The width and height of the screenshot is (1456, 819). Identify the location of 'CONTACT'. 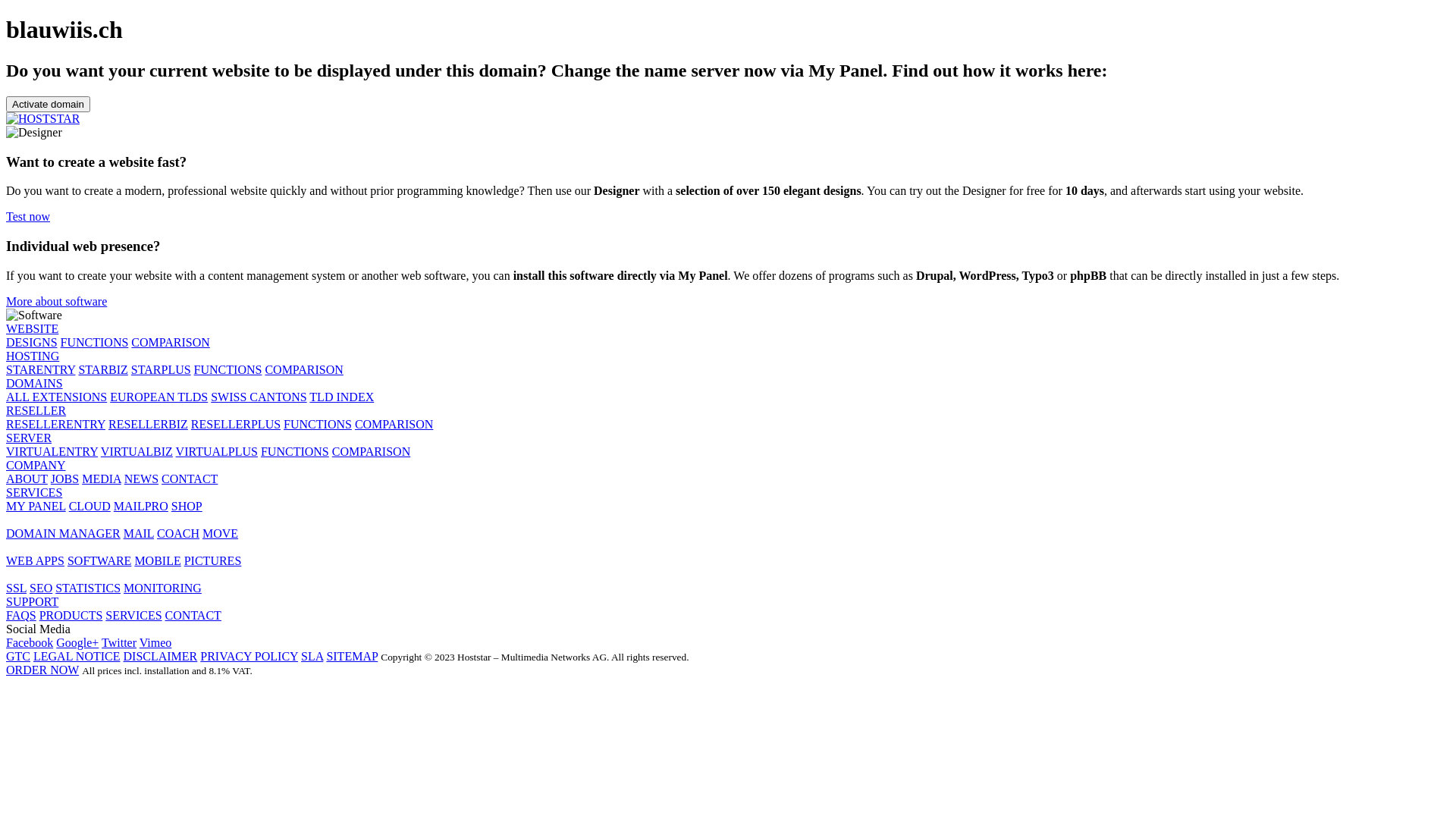
(192, 615).